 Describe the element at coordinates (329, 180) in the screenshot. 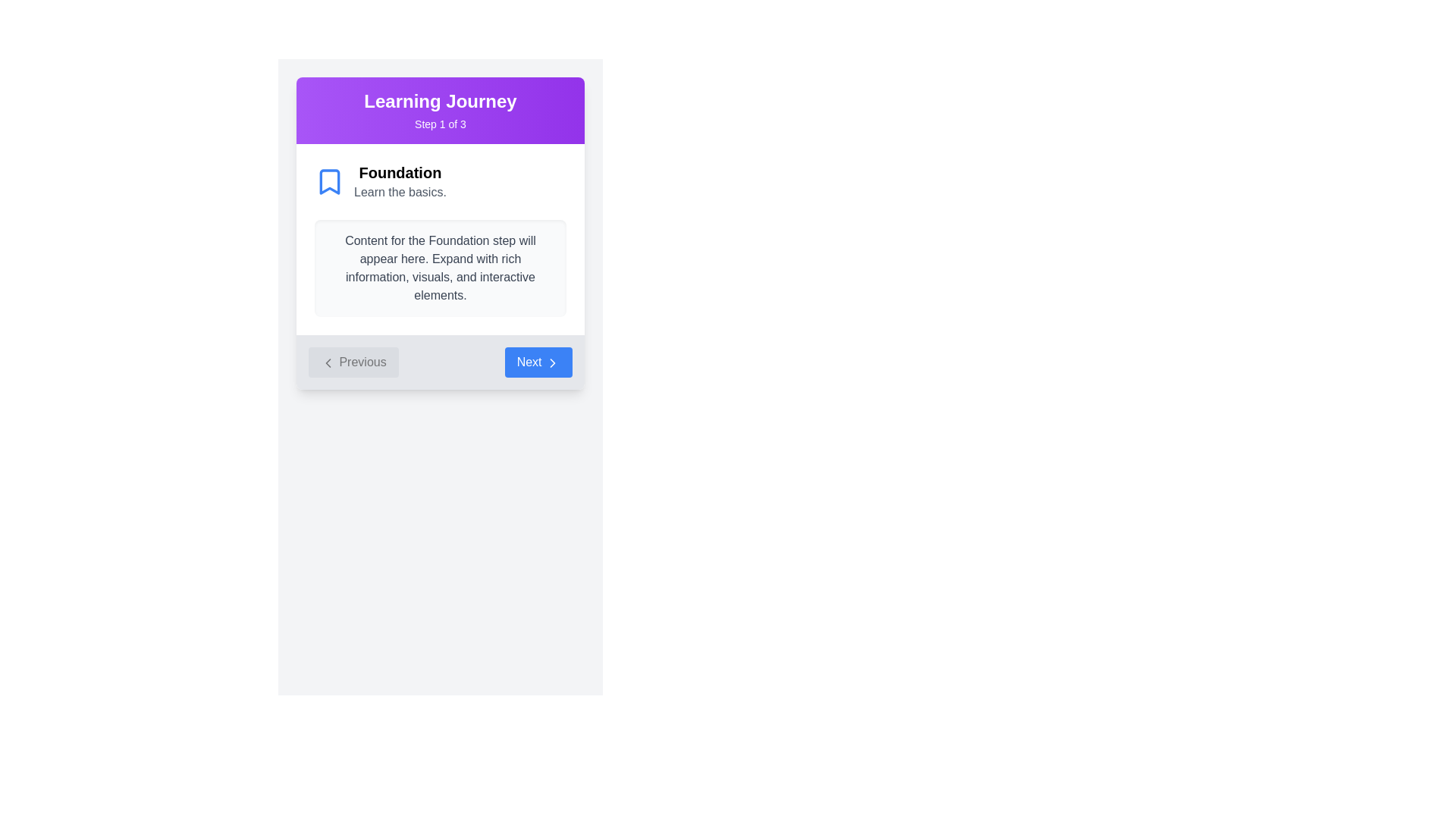

I see `the decorative icon located to the left of the heading 'Foundation' in the top half of the 'Learning Journey - Step 1 of 3' card section` at that location.